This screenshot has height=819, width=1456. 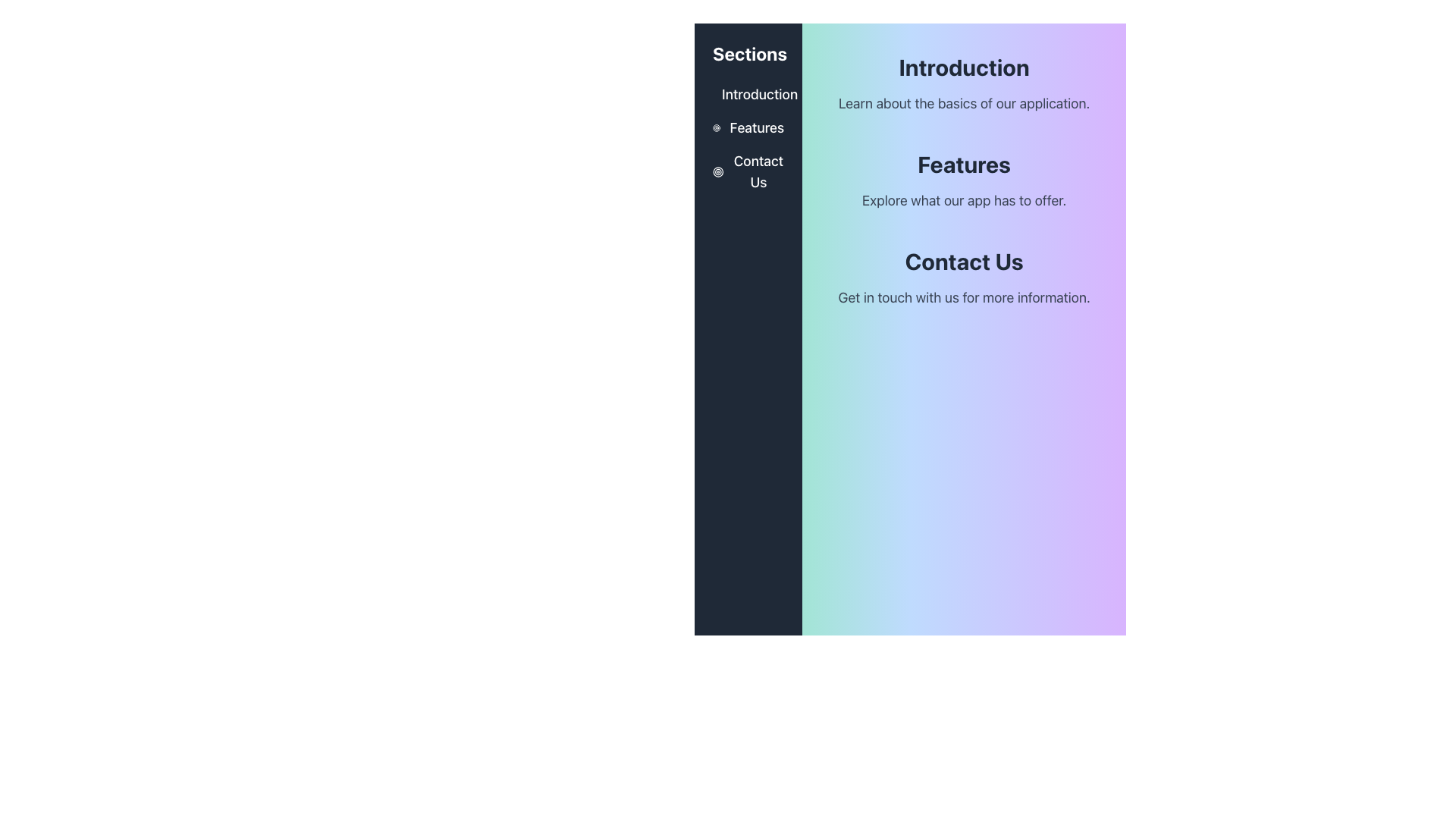 I want to click on the 'Contact Us' hyperlink located in the sidebar menu to activate the underline hover effect, so click(x=758, y=171).